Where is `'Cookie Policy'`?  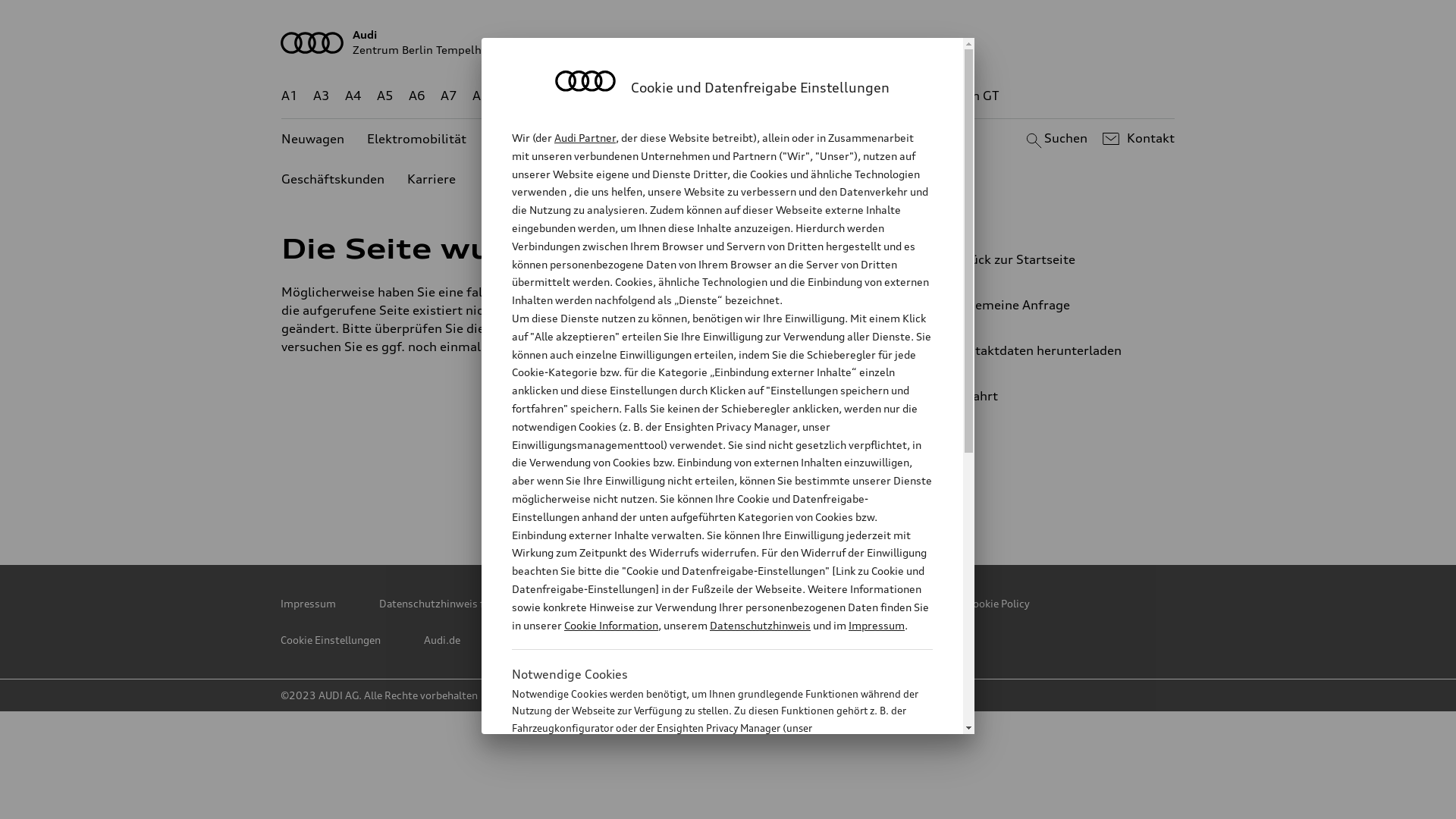 'Cookie Policy' is located at coordinates (966, 602).